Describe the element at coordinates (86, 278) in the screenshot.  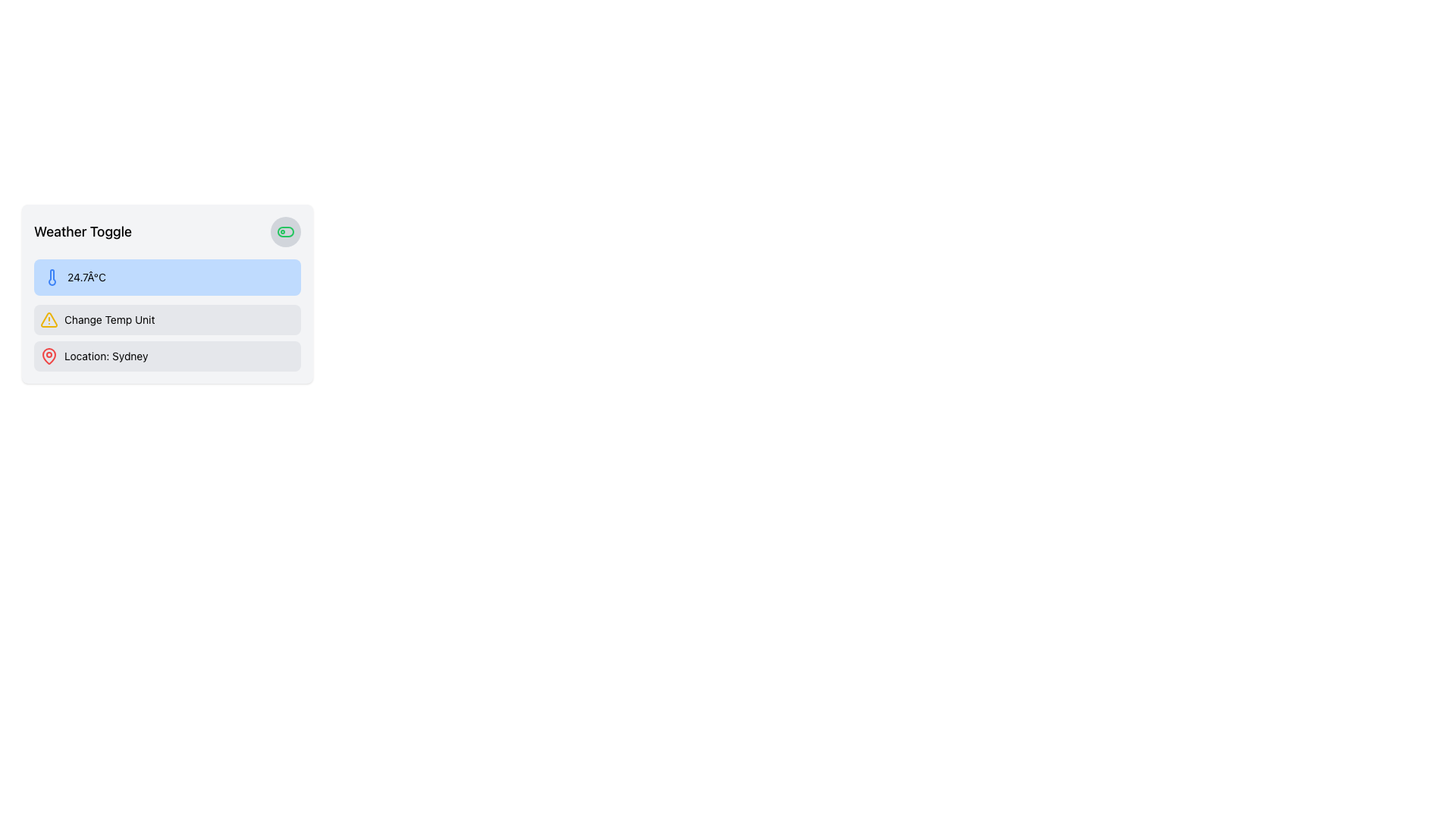
I see `the text label displaying '24.7°C', which is centered within a blue-highlighted background area and aligned with a thermometer icon in a vertically-stacked list` at that location.